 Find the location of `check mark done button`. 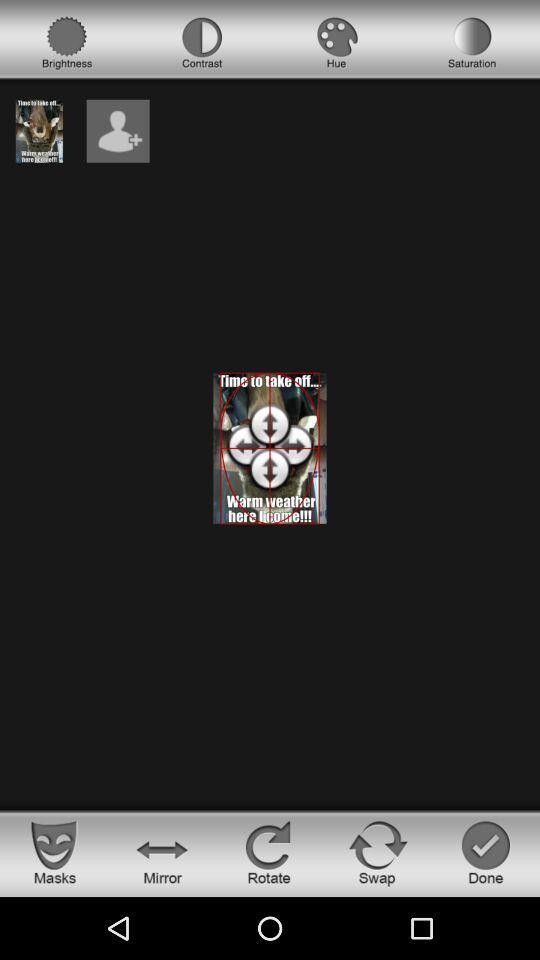

check mark done button is located at coordinates (485, 851).